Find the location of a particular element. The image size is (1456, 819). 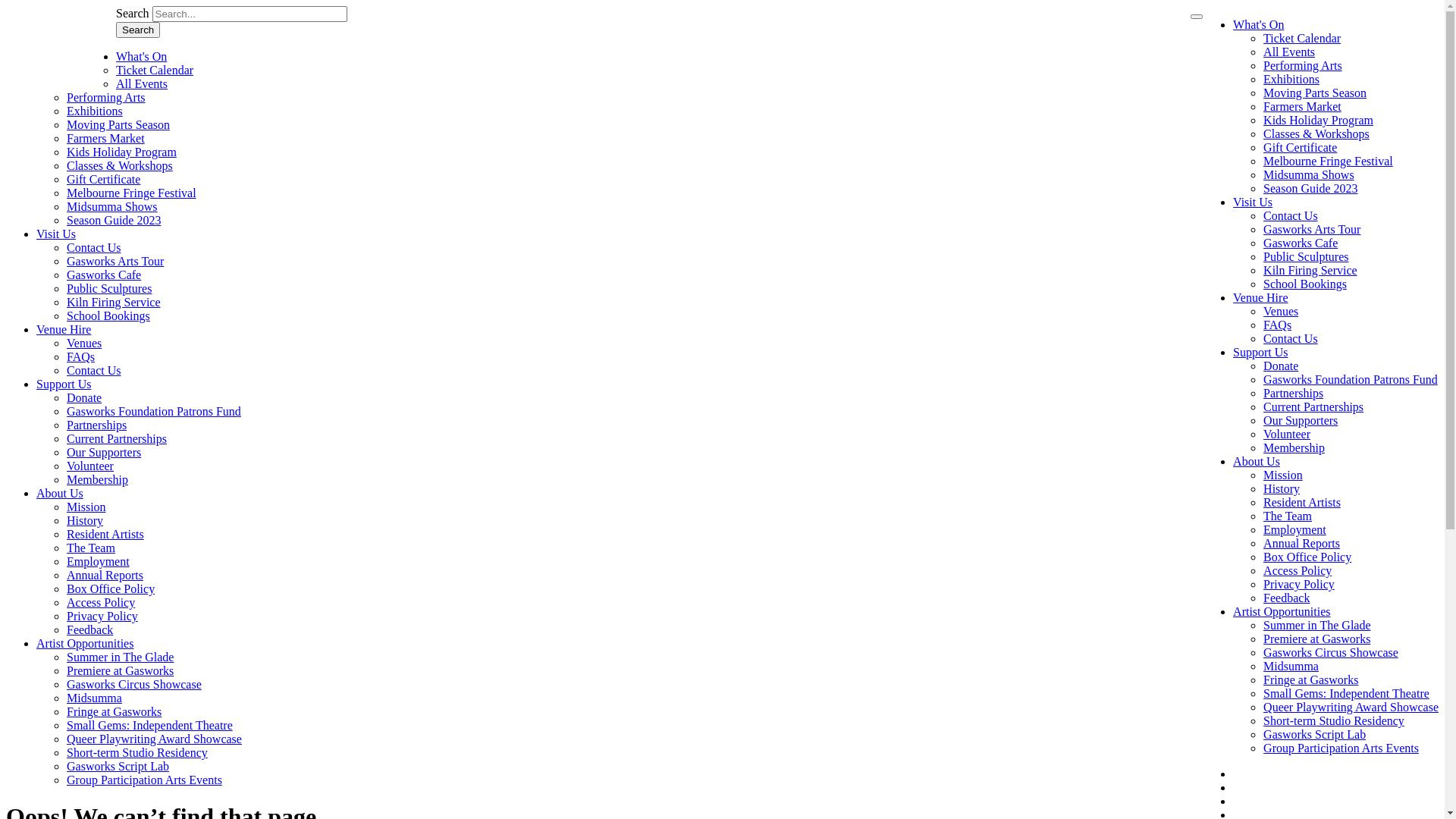

'Artist Opportunities' is located at coordinates (83, 643).